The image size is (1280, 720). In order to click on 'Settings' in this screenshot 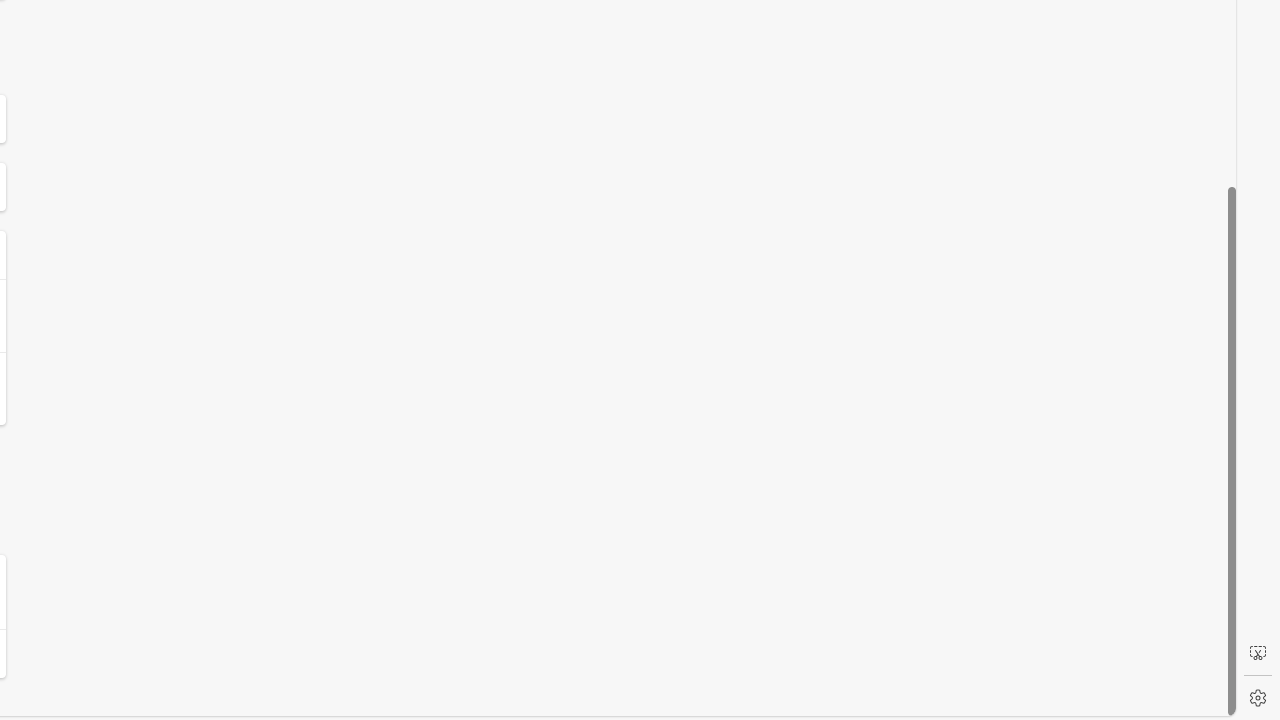, I will do `click(1256, 696)`.